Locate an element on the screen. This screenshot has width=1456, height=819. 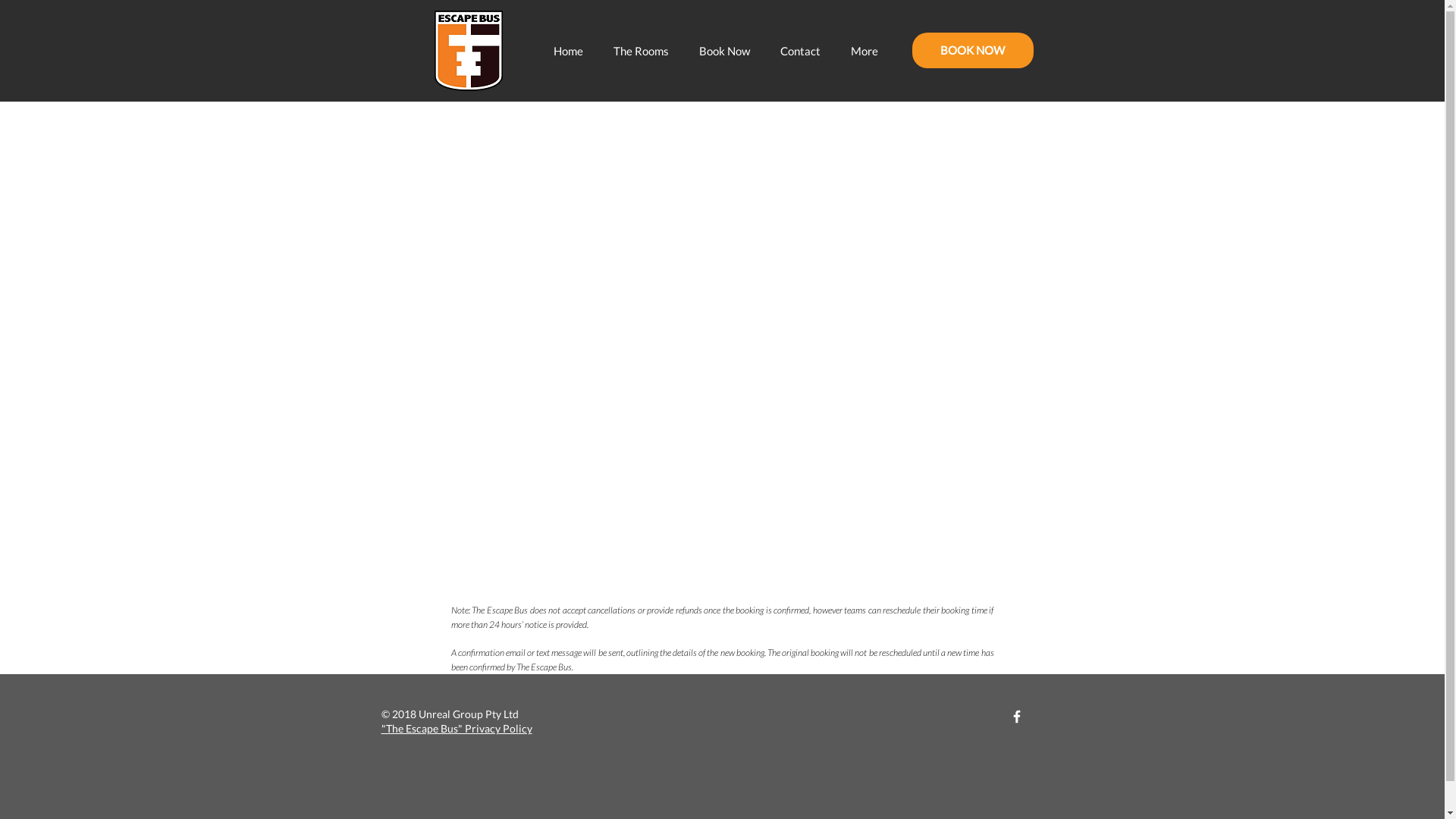
'Home' is located at coordinates (567, 49).